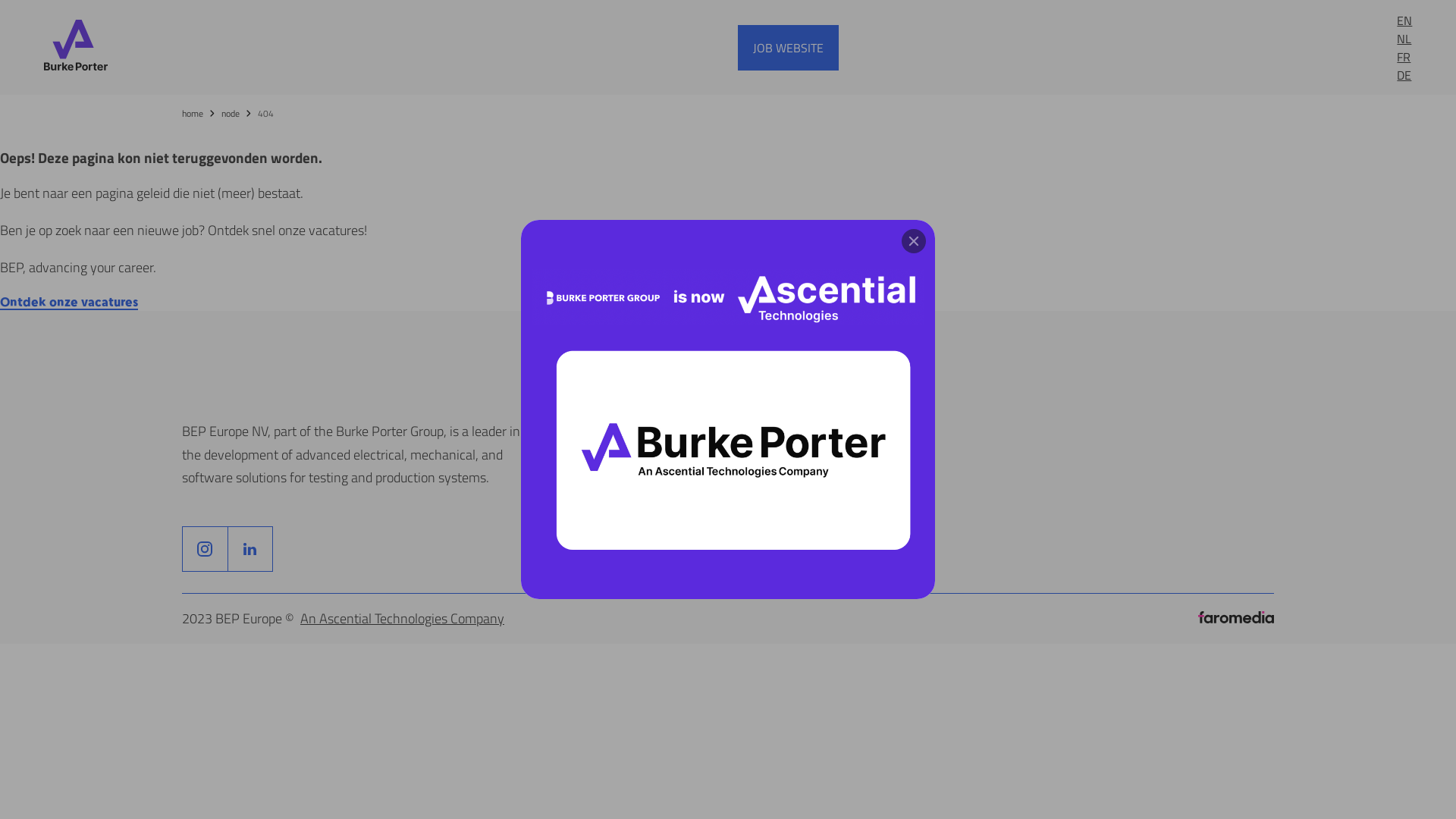 The height and width of the screenshot is (819, 1456). Describe the element at coordinates (828, 453) in the screenshot. I see `'cookie notice'` at that location.